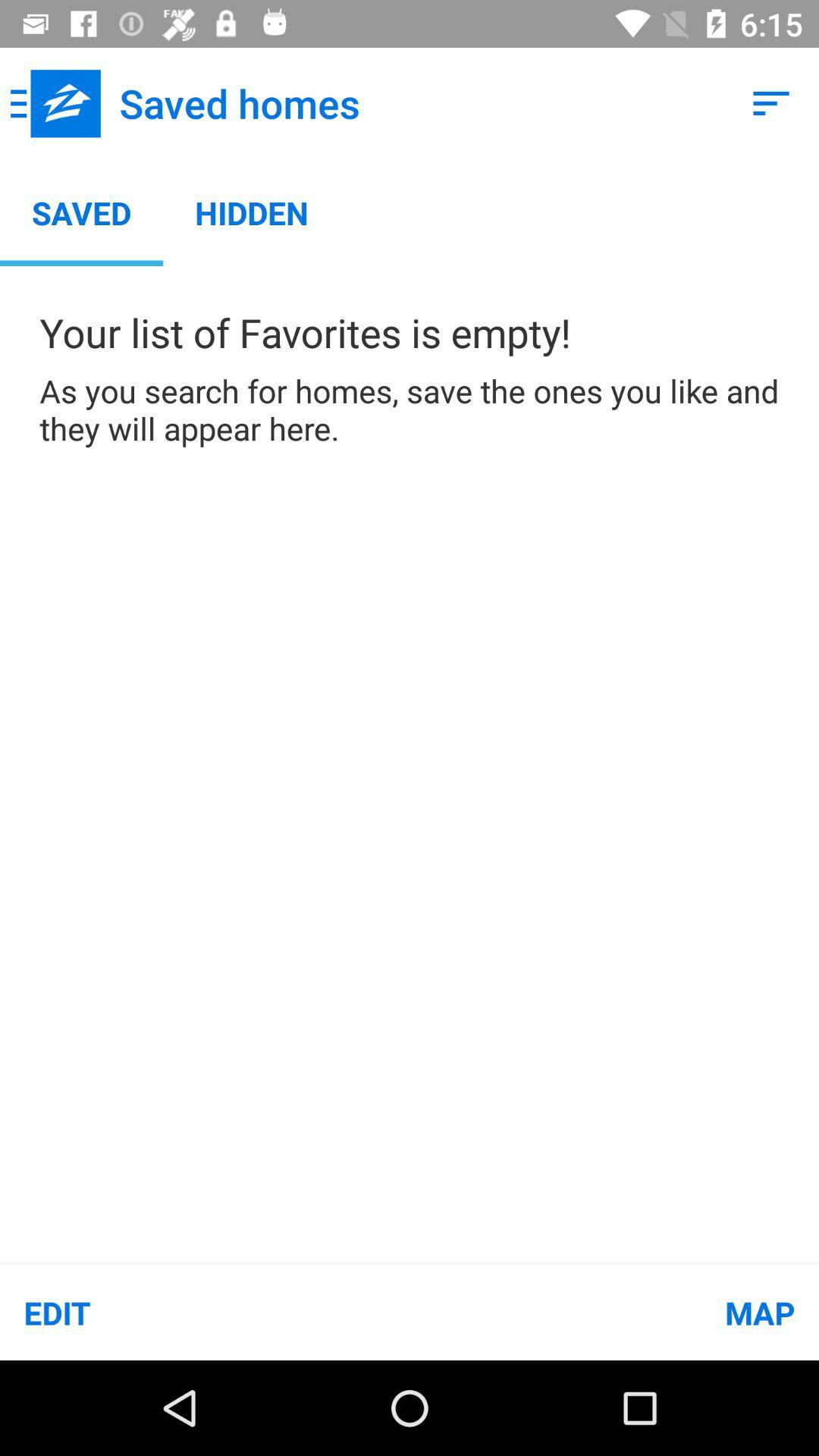  Describe the element at coordinates (205, 1312) in the screenshot. I see `edit item` at that location.